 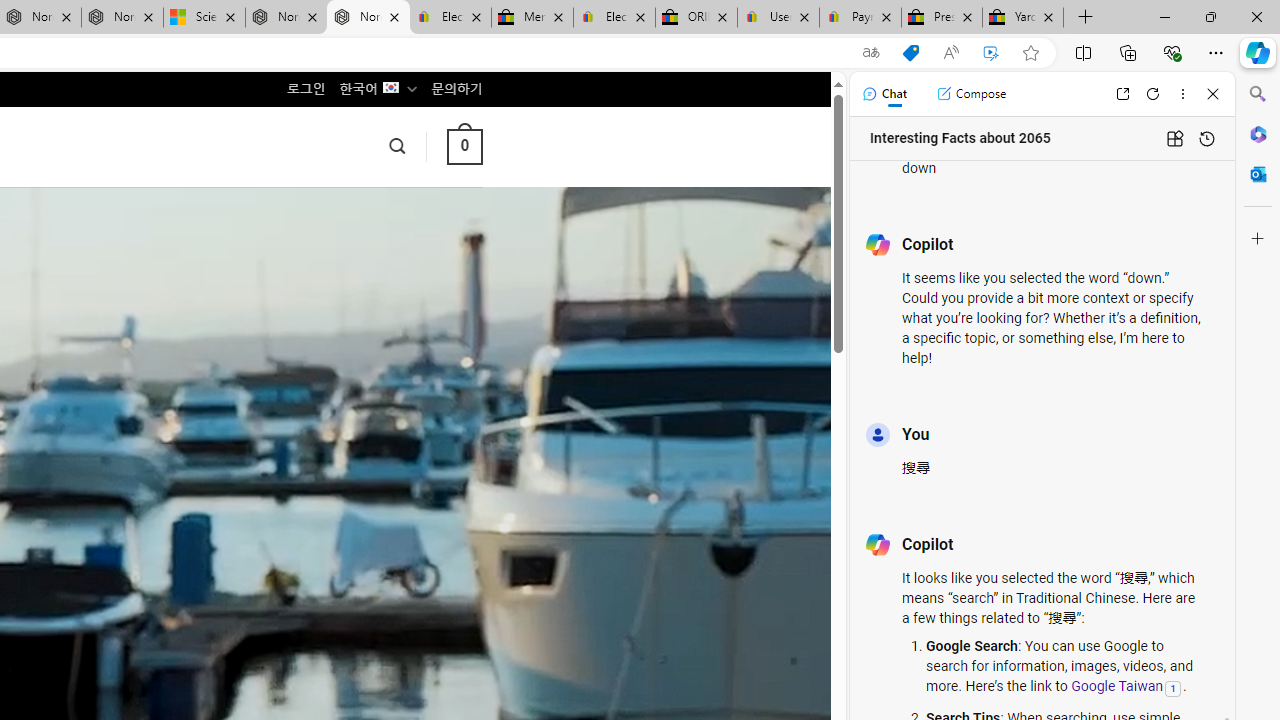 I want to click on 'Outlook', so click(x=1257, y=173).